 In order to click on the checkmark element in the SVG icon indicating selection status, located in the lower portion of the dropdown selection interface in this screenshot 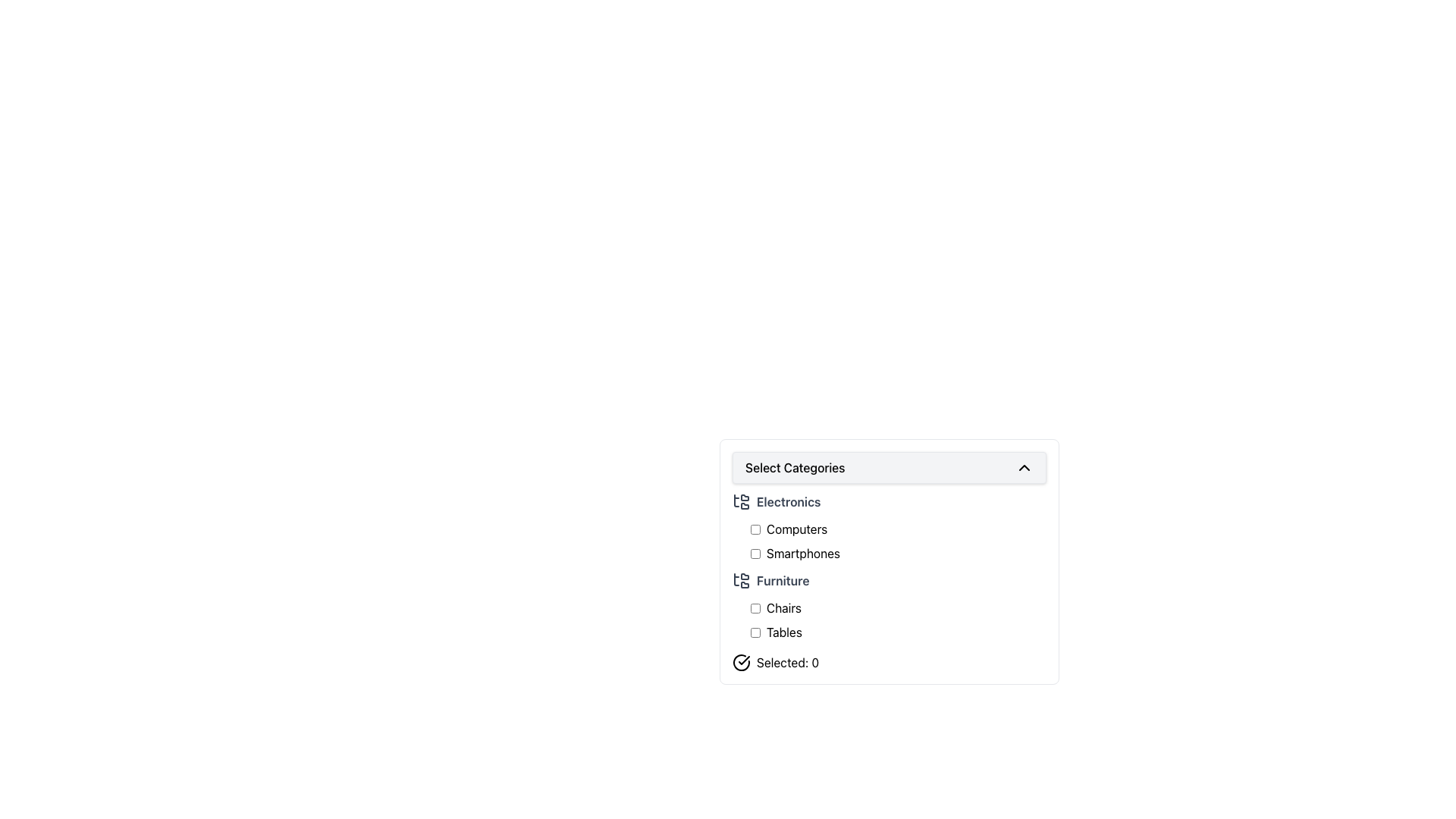, I will do `click(744, 660)`.